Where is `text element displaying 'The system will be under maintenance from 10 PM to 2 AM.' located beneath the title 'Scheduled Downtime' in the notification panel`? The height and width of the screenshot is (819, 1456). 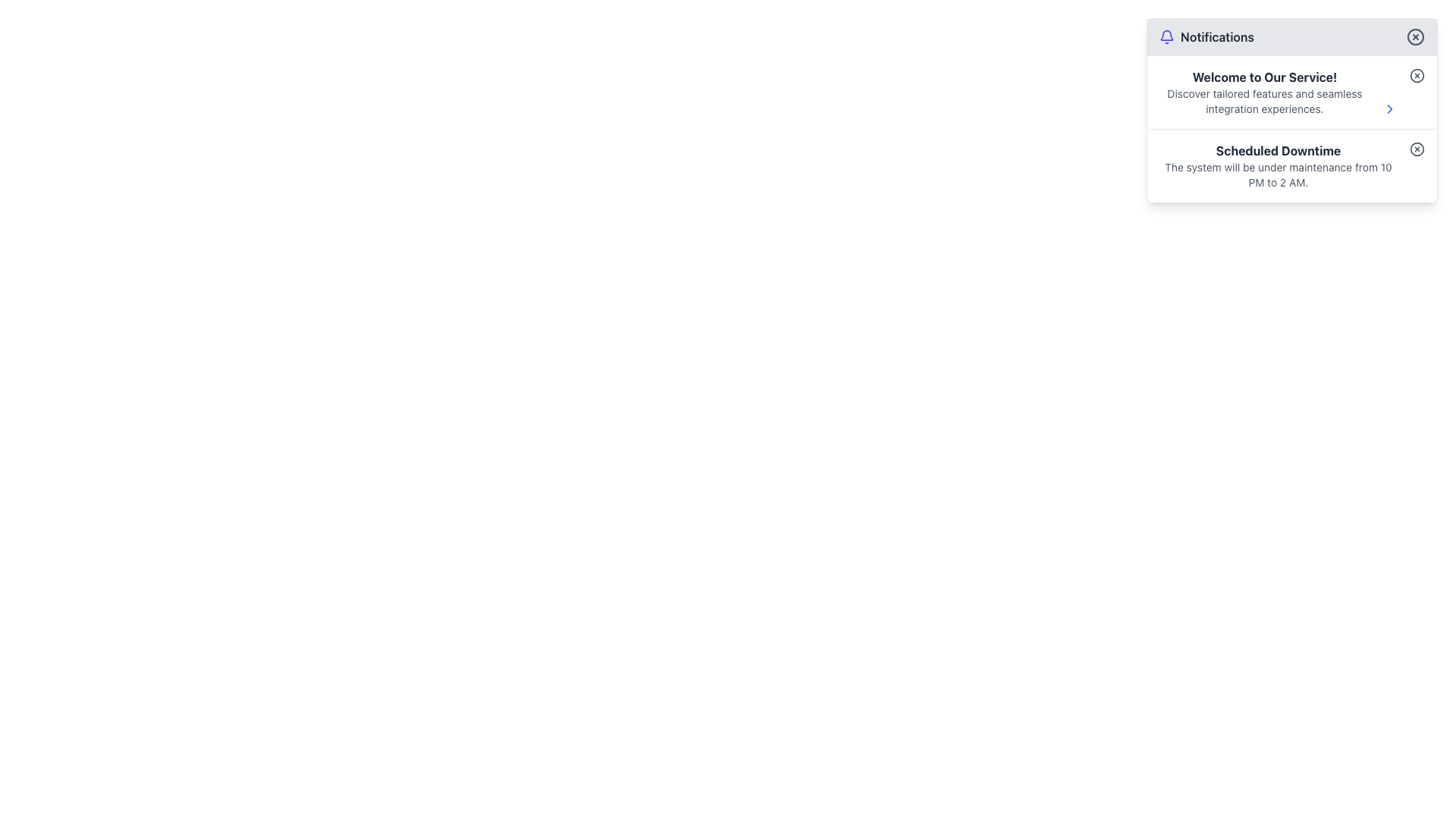
text element displaying 'The system will be under maintenance from 10 PM to 2 AM.' located beneath the title 'Scheduled Downtime' in the notification panel is located at coordinates (1277, 174).